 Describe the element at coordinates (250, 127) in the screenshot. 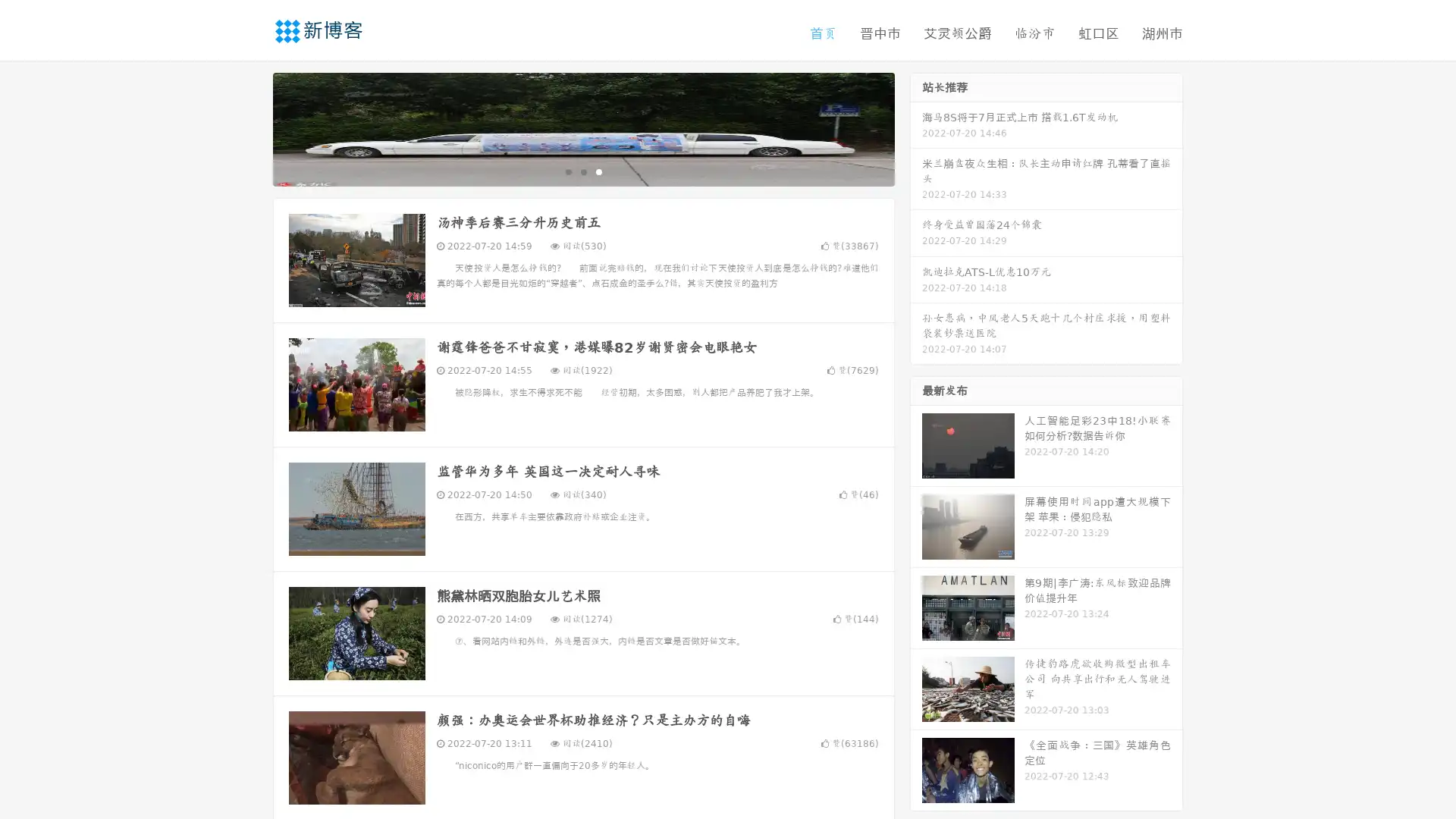

I see `Previous slide` at that location.